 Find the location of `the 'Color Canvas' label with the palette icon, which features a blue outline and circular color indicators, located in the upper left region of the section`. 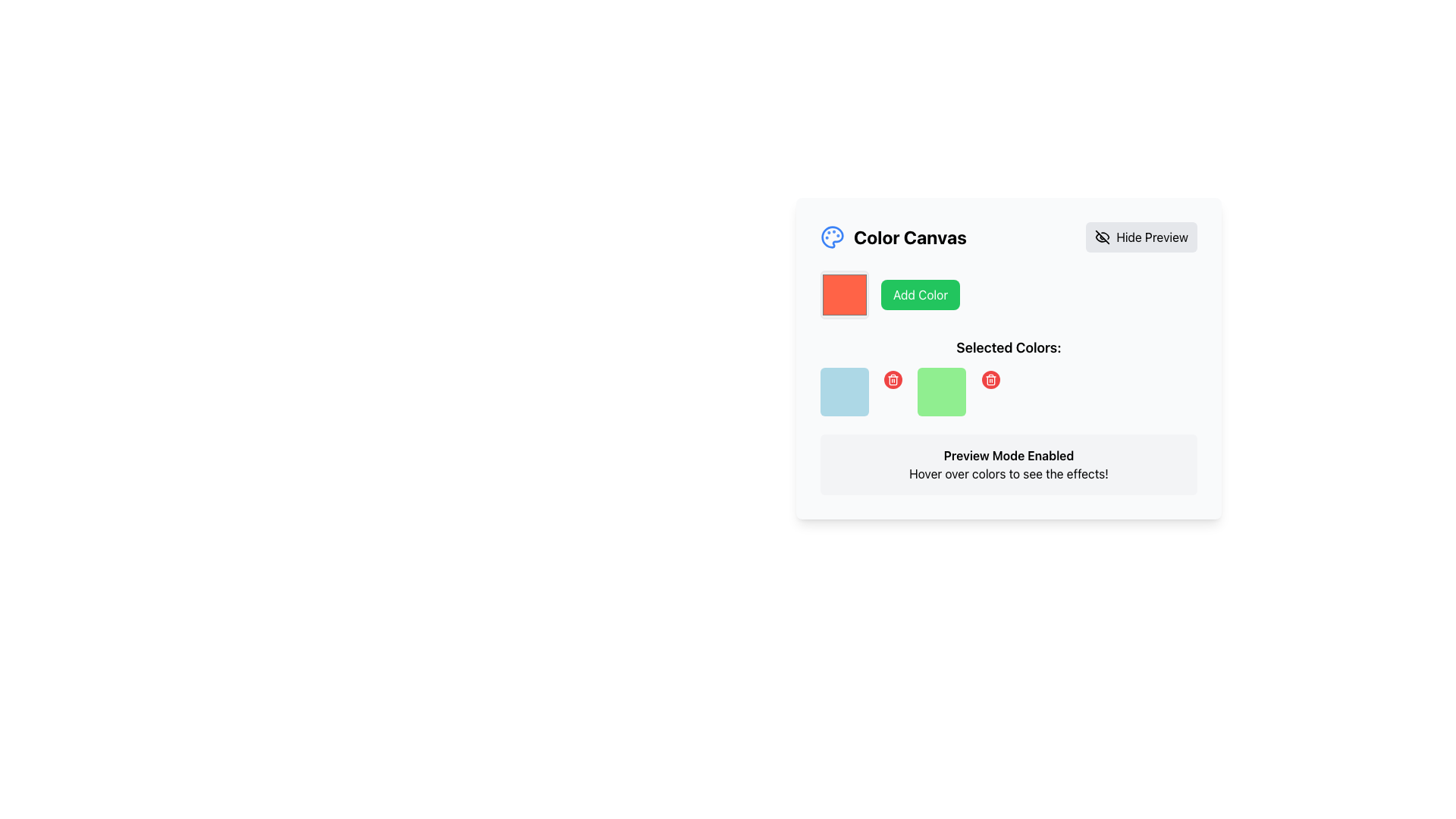

the 'Color Canvas' label with the palette icon, which features a blue outline and circular color indicators, located in the upper left region of the section is located at coordinates (893, 237).